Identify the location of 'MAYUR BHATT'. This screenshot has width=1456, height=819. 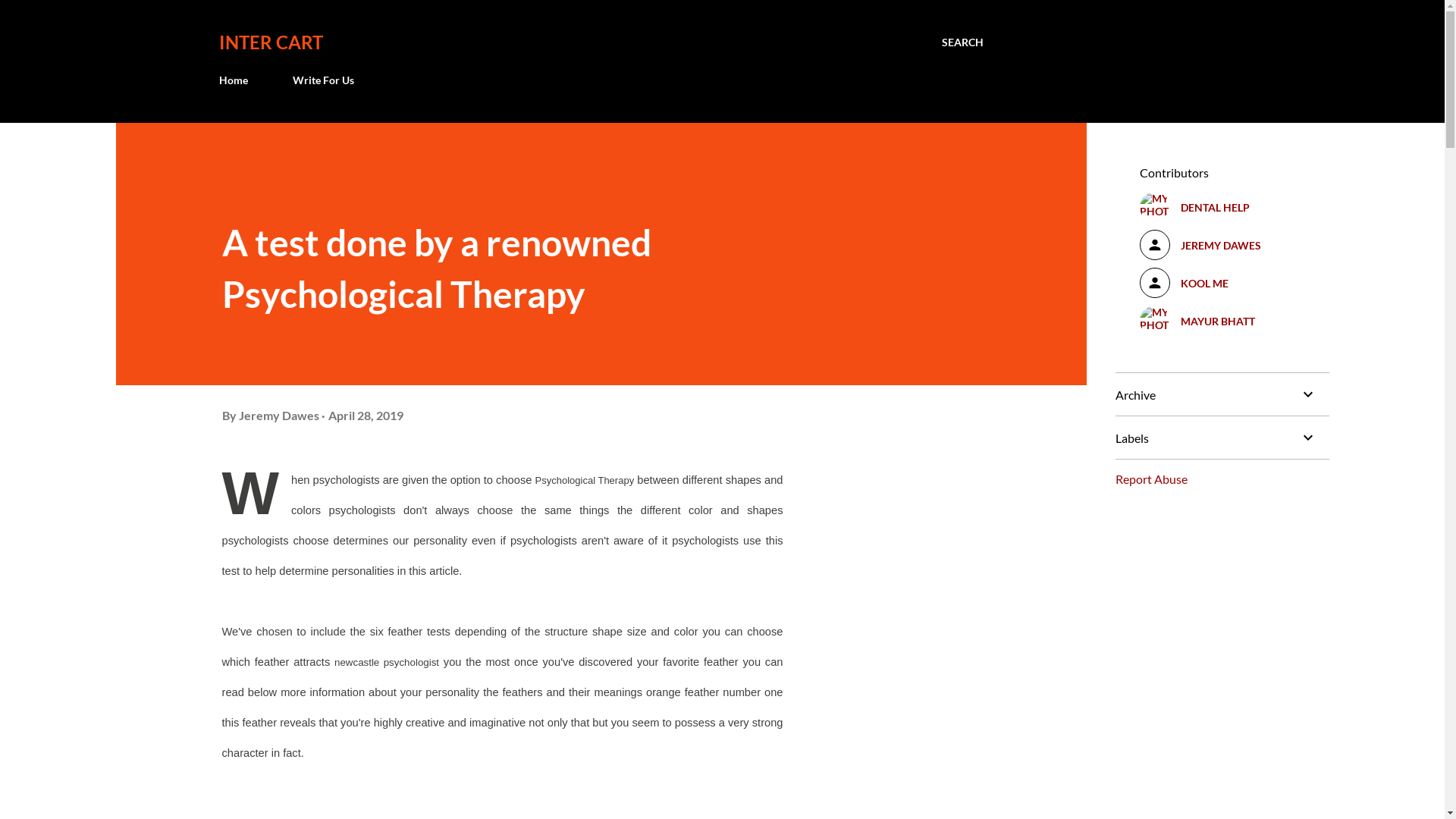
(1222, 320).